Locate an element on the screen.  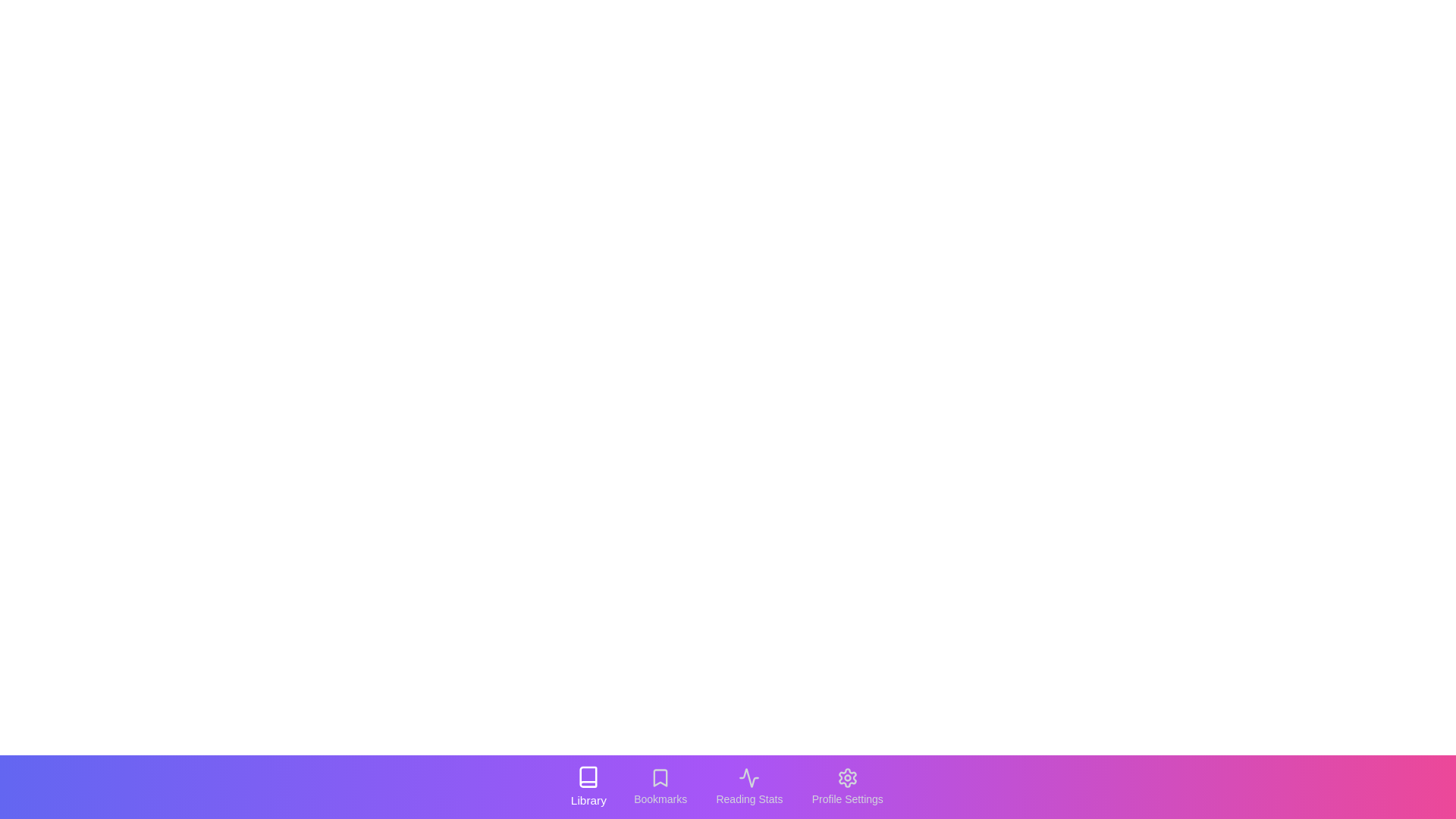
the navigation tab Bookmarks is located at coordinates (660, 786).